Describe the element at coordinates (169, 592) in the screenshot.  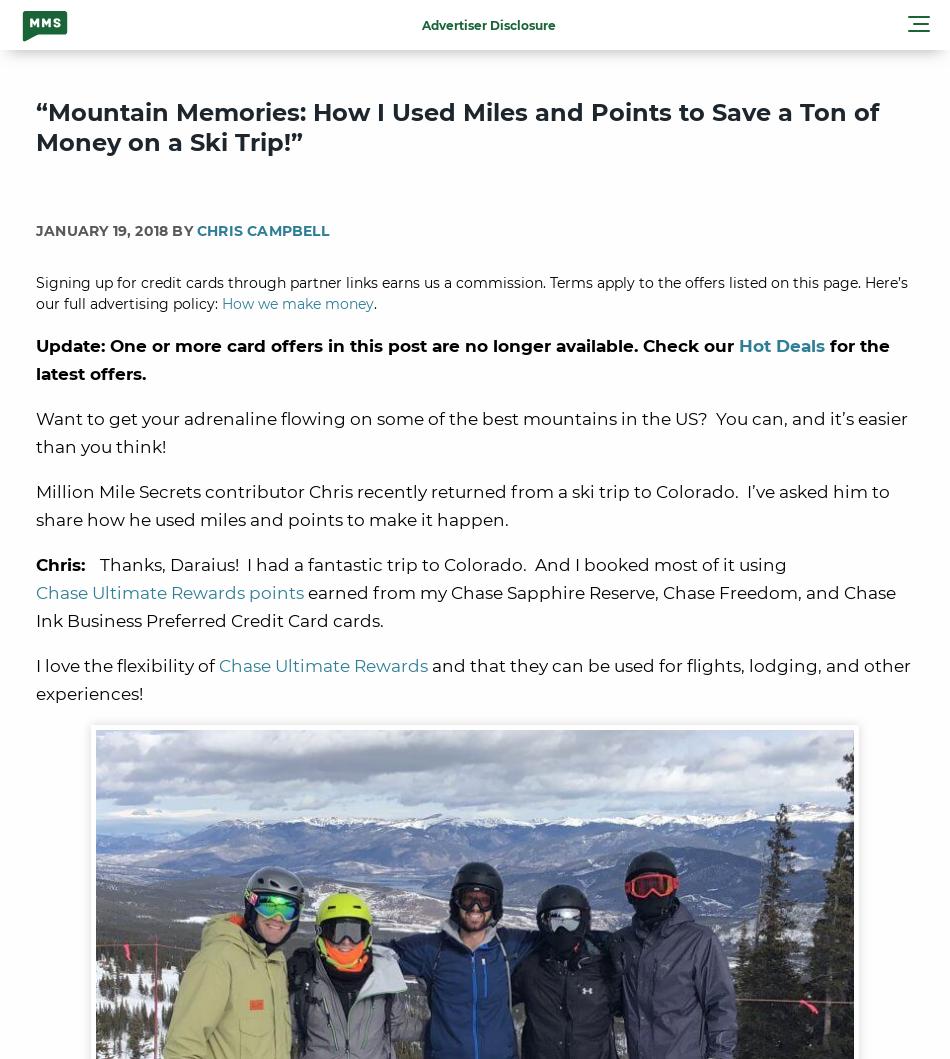
I see `'Chase Ultimate Rewards points'` at that location.